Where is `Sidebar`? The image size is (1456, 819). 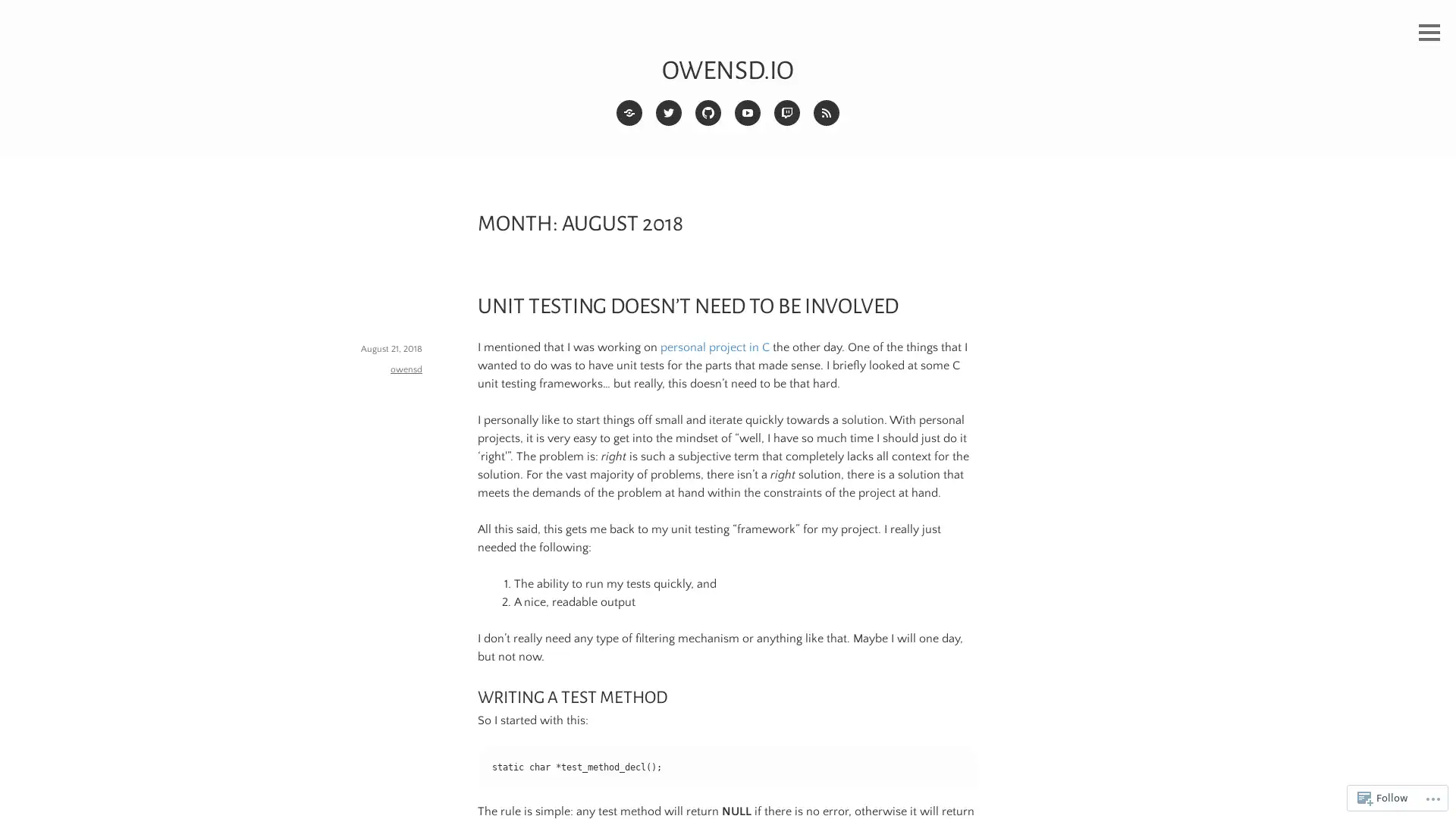 Sidebar is located at coordinates (1429, 33).